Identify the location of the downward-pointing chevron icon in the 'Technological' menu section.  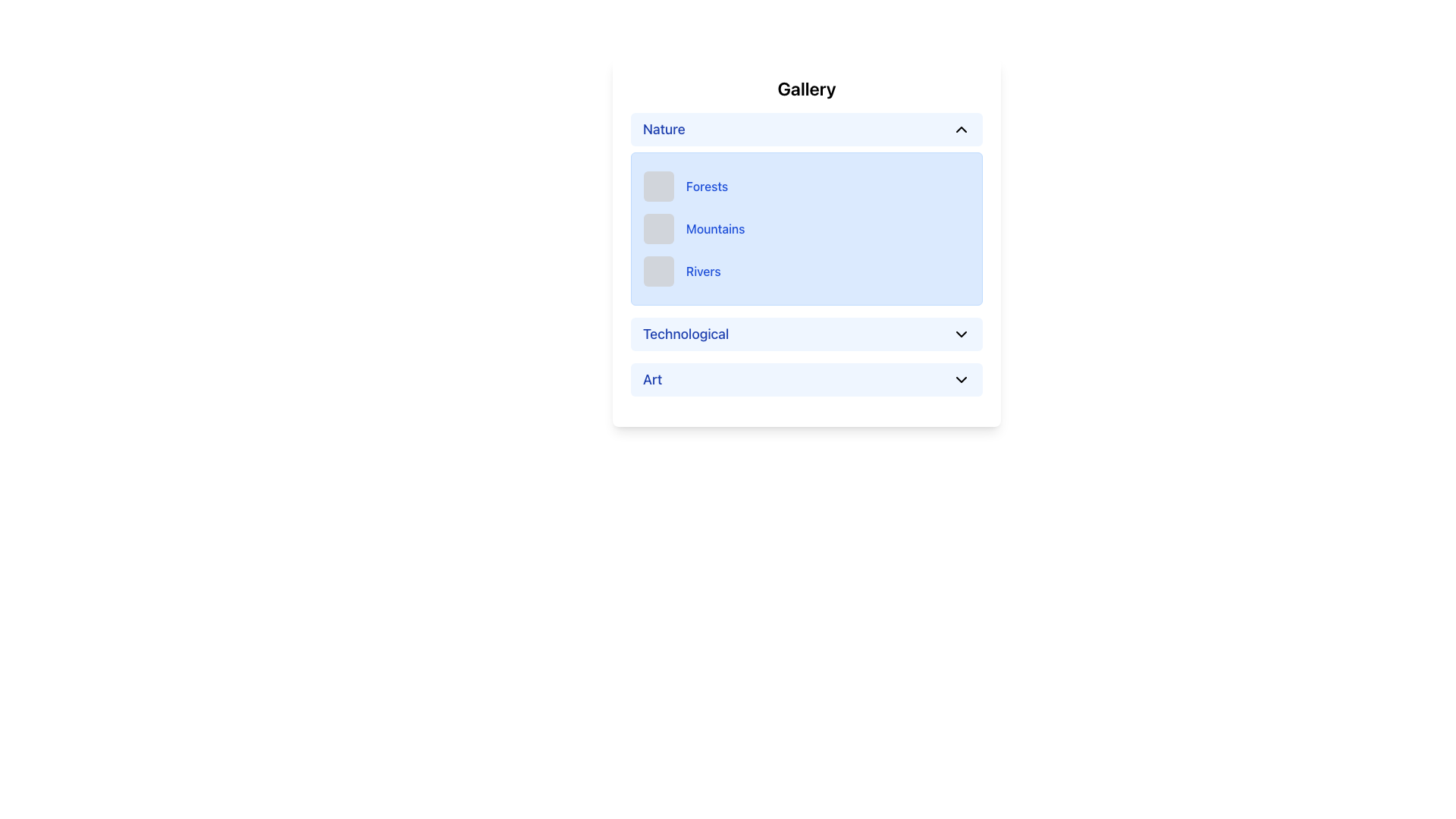
(960, 333).